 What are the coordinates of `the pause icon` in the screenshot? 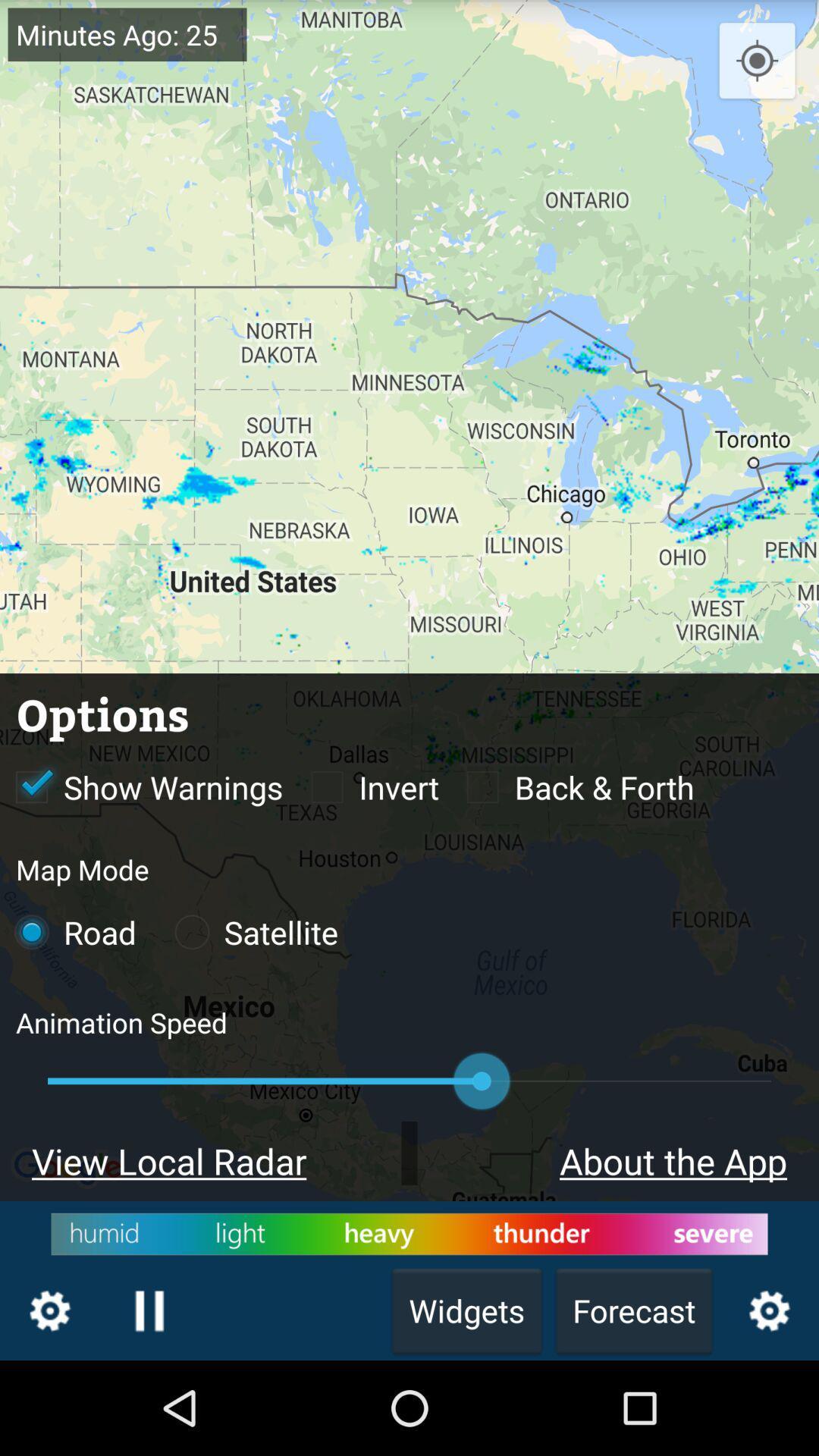 It's located at (149, 1401).